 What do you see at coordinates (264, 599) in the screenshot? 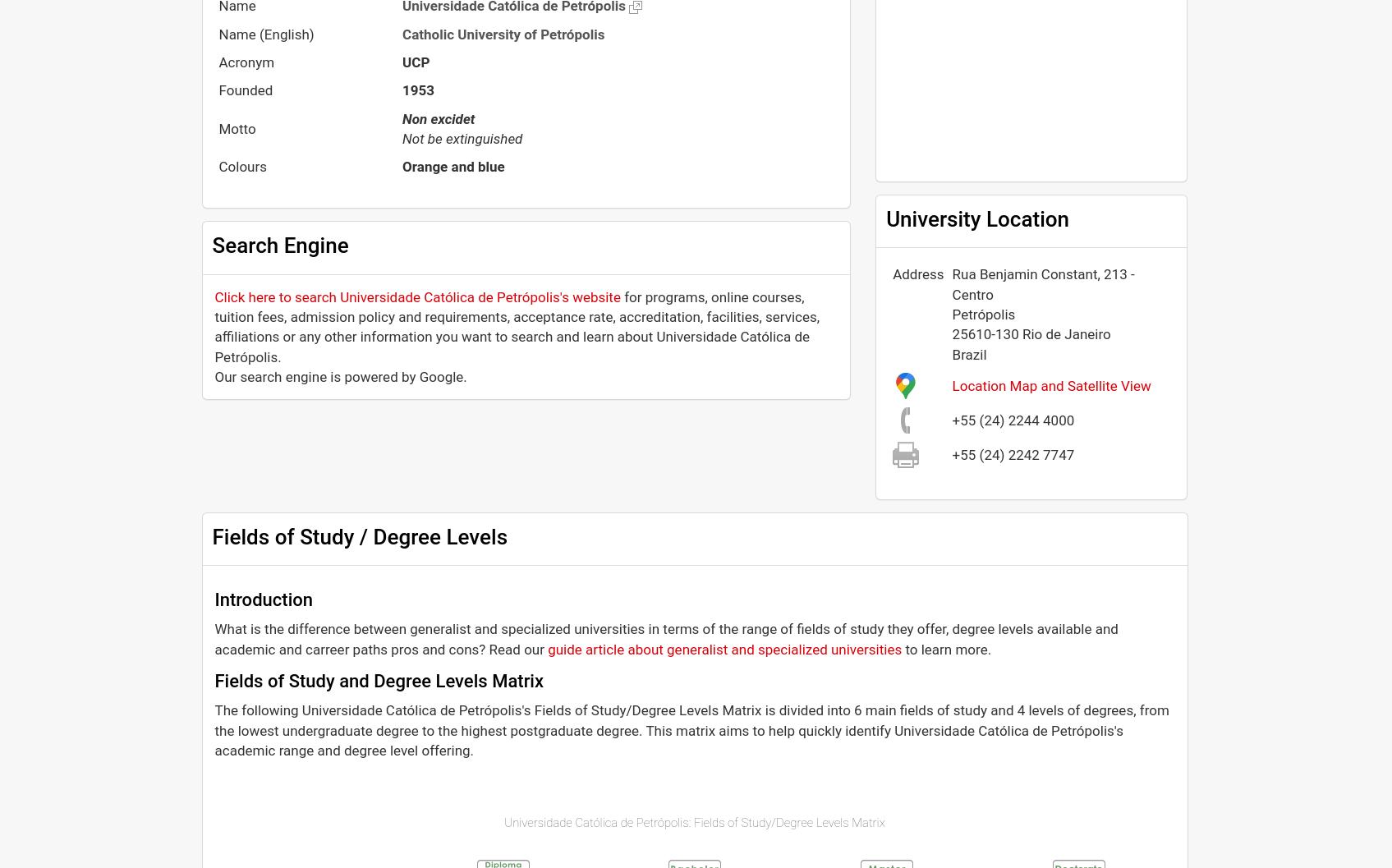
I see `'Introduction'` at bounding box center [264, 599].